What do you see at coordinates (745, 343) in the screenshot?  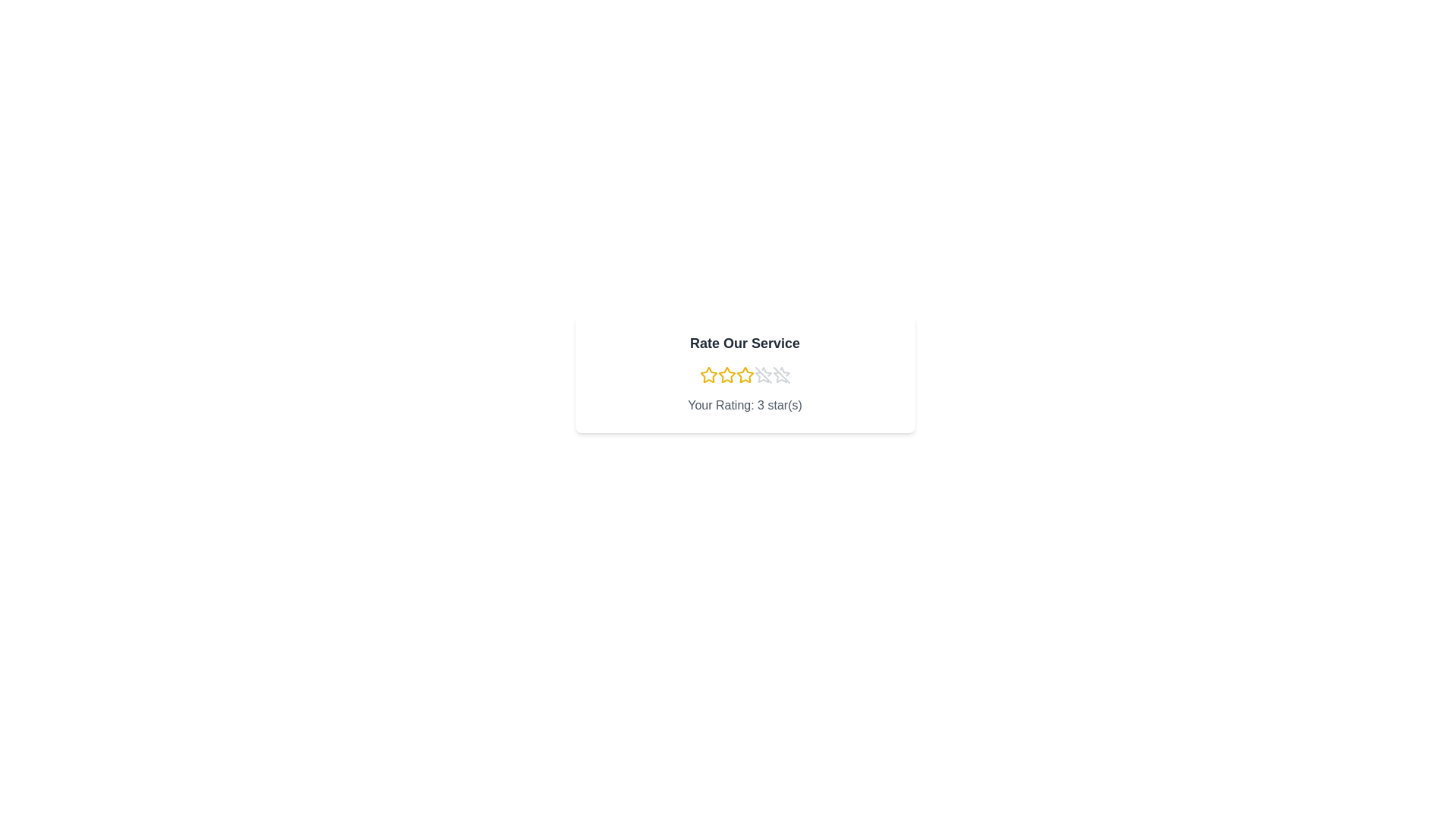 I see `the title text 'Rate Our Service'` at bounding box center [745, 343].